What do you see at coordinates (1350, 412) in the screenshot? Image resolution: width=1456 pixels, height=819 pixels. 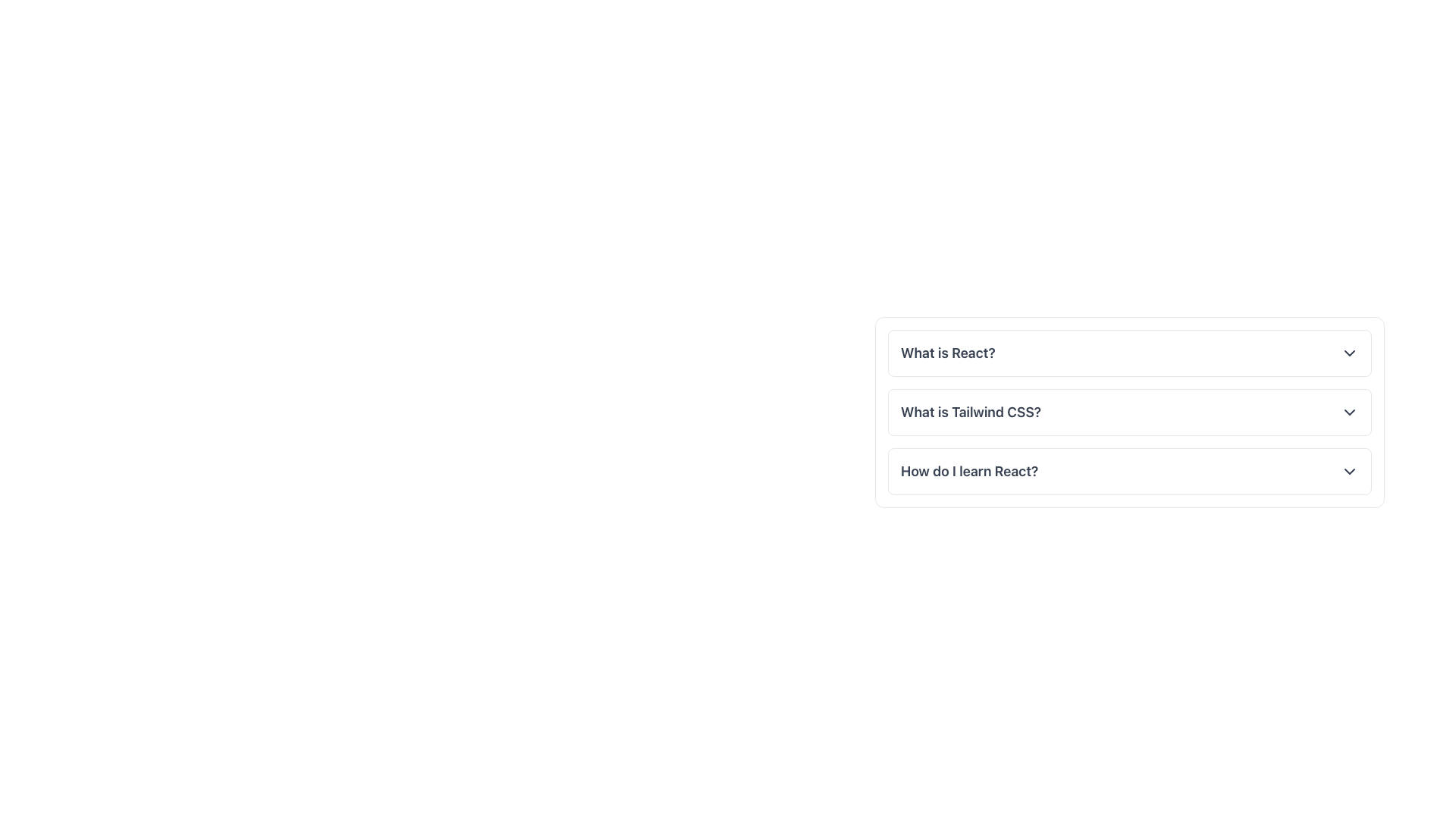 I see `the downward-pointing chevron icon located at the far-right section of the list item labeled 'What is Tailwind CSS?'` at bounding box center [1350, 412].